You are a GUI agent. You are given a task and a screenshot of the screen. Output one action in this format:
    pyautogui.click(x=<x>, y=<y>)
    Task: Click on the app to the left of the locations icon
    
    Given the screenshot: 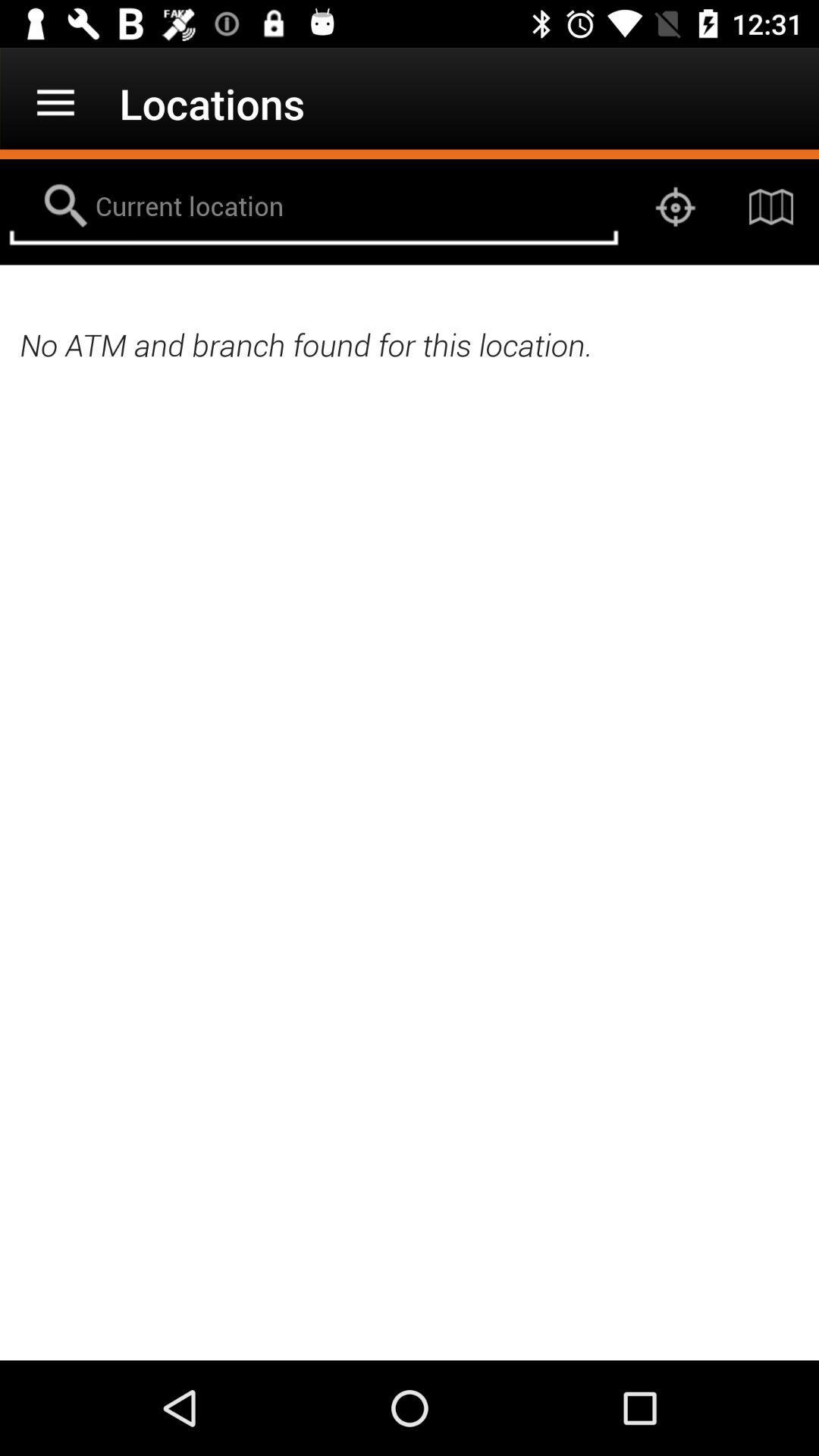 What is the action you would take?
    pyautogui.click(x=55, y=102)
    